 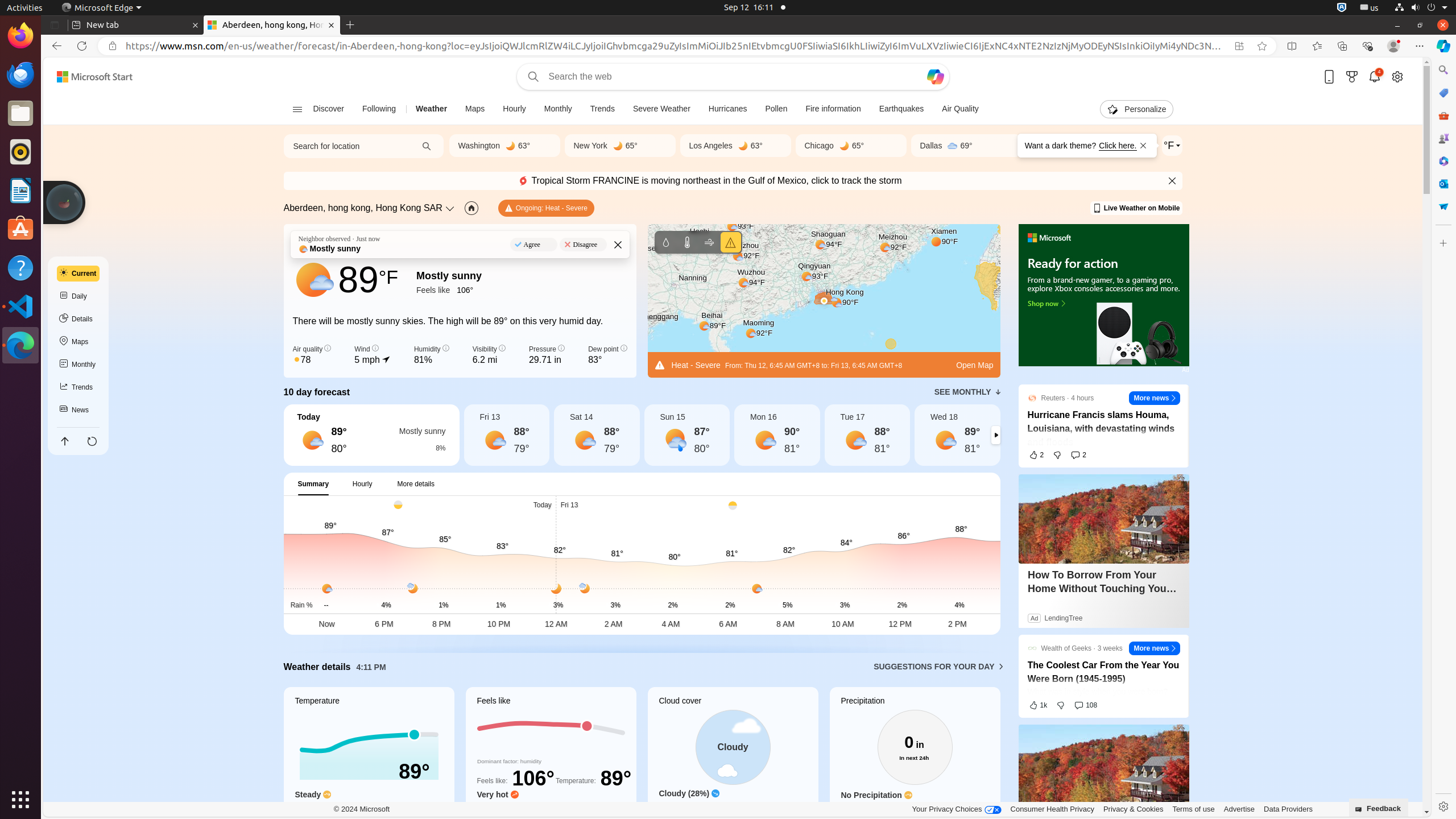 What do you see at coordinates (1317, 45) in the screenshot?
I see `'Favorites'` at bounding box center [1317, 45].